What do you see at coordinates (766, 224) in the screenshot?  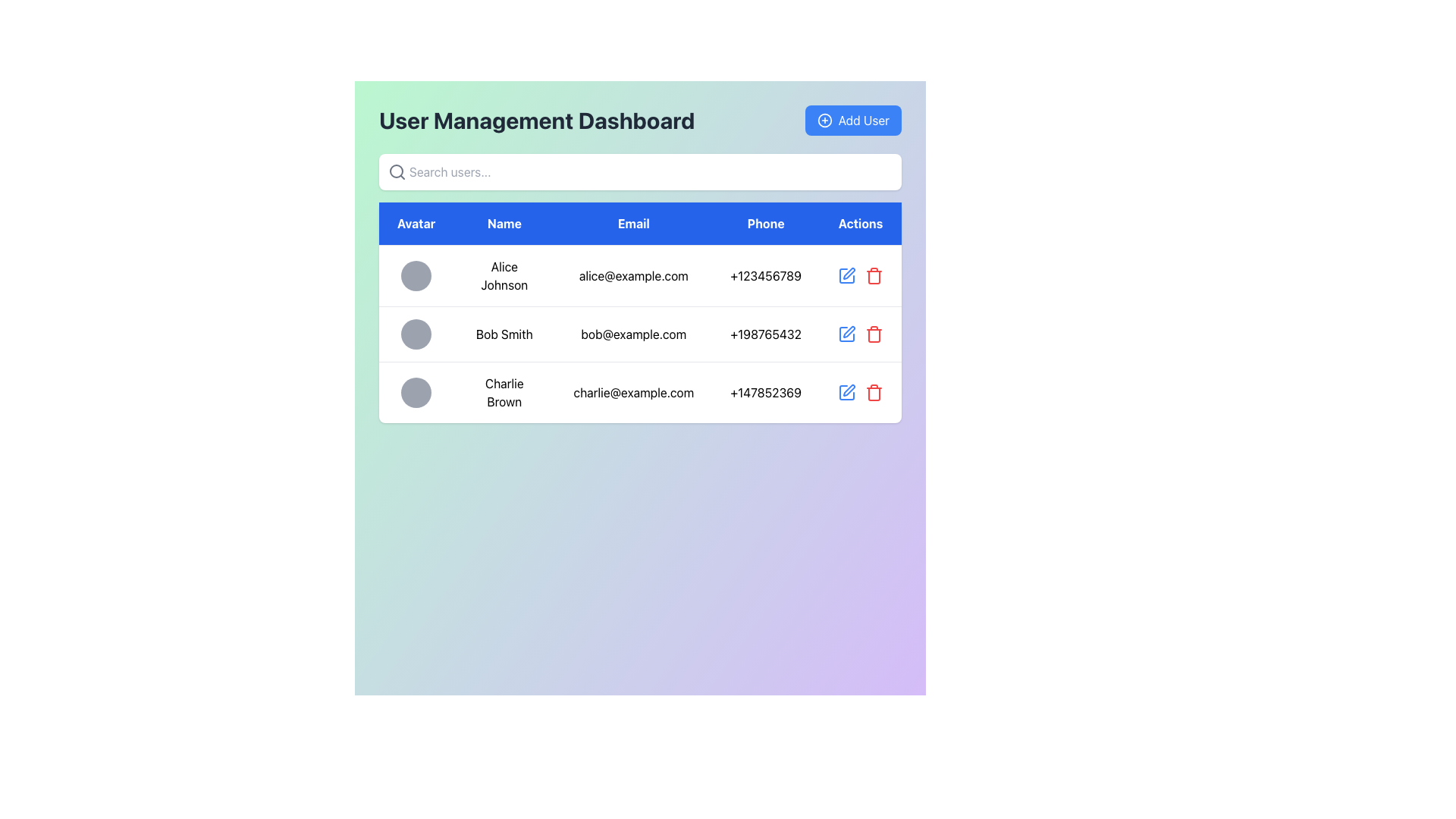 I see `the header labeled 'Phone', which is a rectangular button-like component with bold white text on a vibrant blue background, positioned between the 'Email' and 'Actions' headers` at bounding box center [766, 224].